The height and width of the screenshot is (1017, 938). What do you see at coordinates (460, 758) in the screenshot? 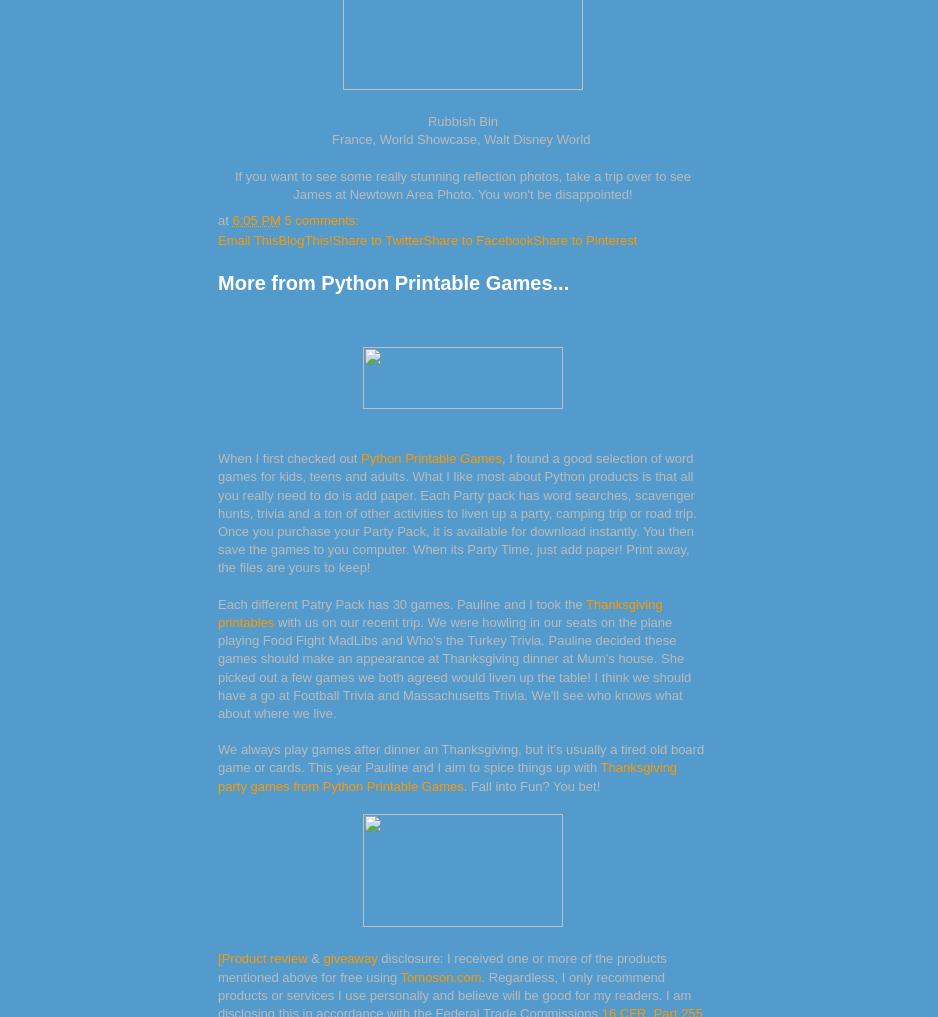
I see `'We always play games after dinner an Thanksgiving, but it's usually a tired old board game or cards. This year Pauline and I aim to spice things up with'` at bounding box center [460, 758].